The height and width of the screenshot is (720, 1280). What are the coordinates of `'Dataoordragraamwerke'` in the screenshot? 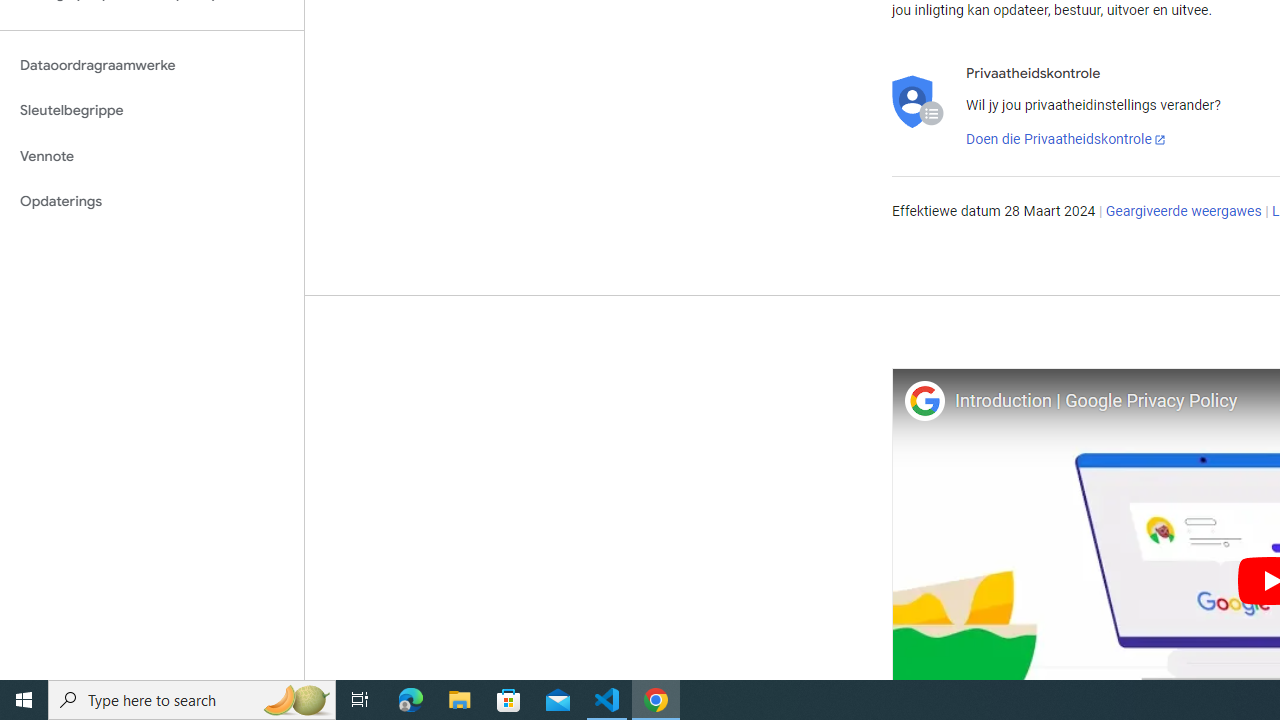 It's located at (151, 64).